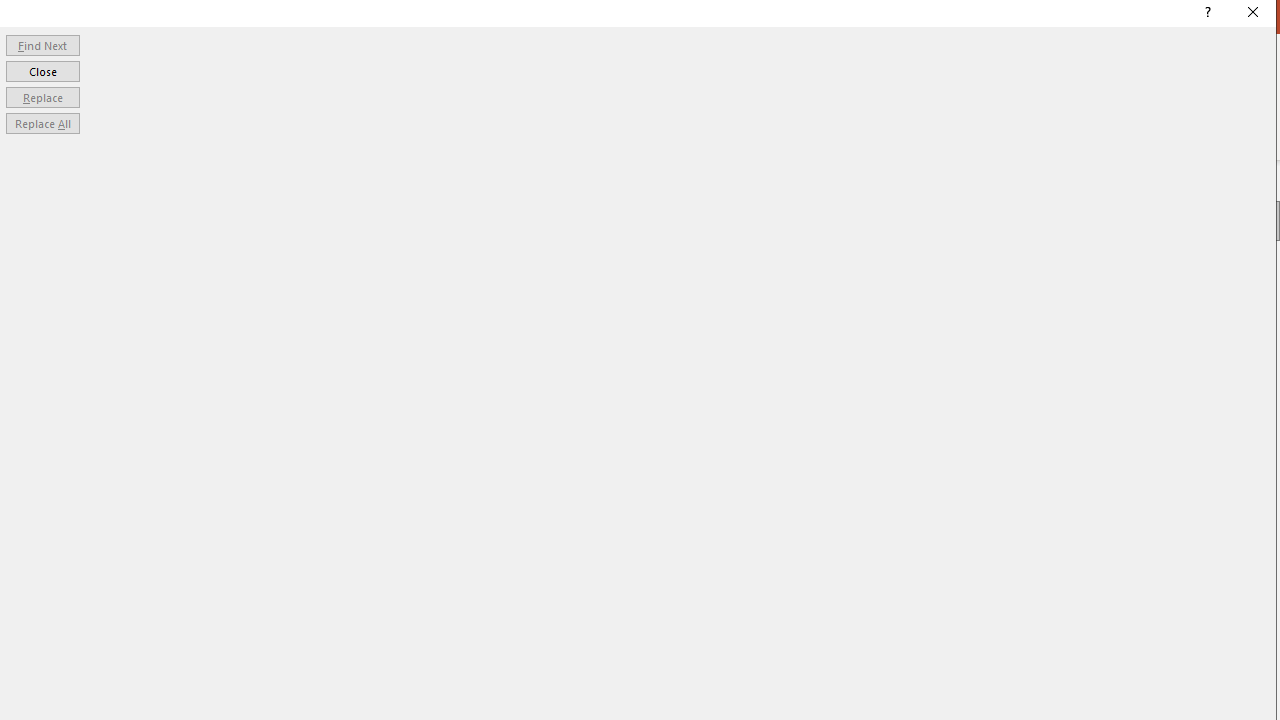 This screenshot has width=1280, height=720. What do you see at coordinates (42, 45) in the screenshot?
I see `'Find Next'` at bounding box center [42, 45].